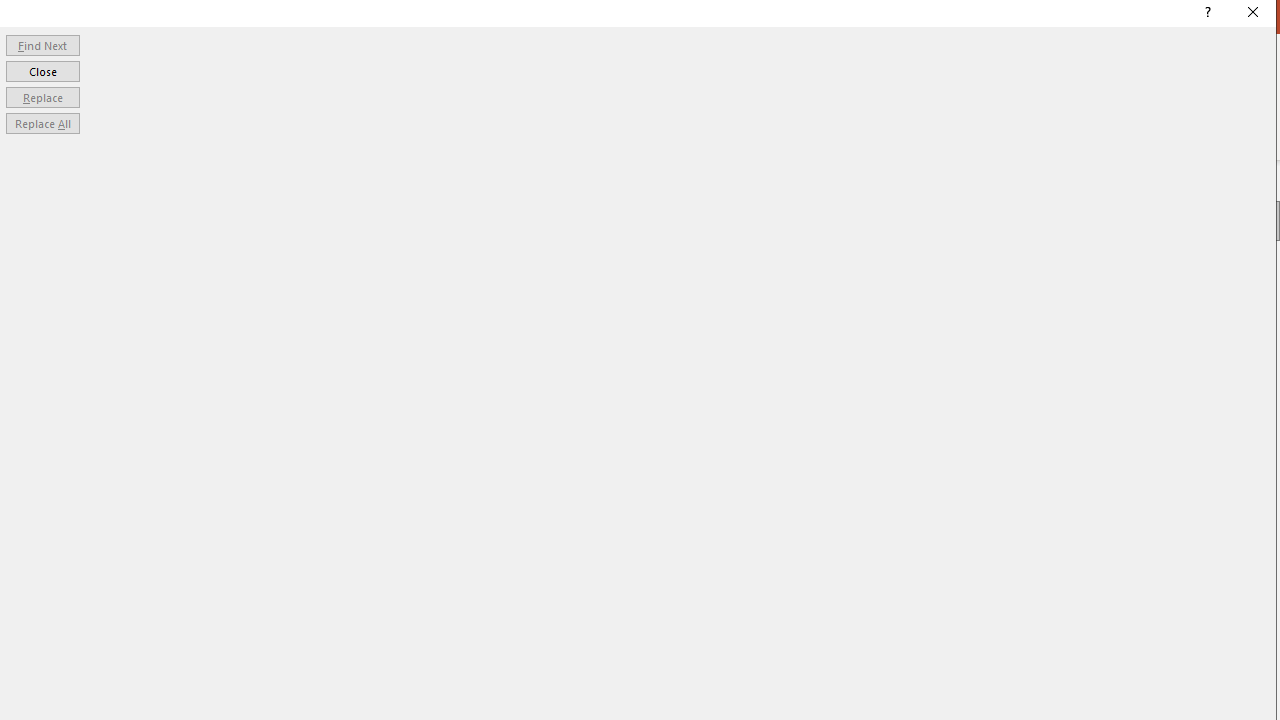 This screenshot has width=1280, height=720. What do you see at coordinates (42, 45) in the screenshot?
I see `'Find Next'` at bounding box center [42, 45].